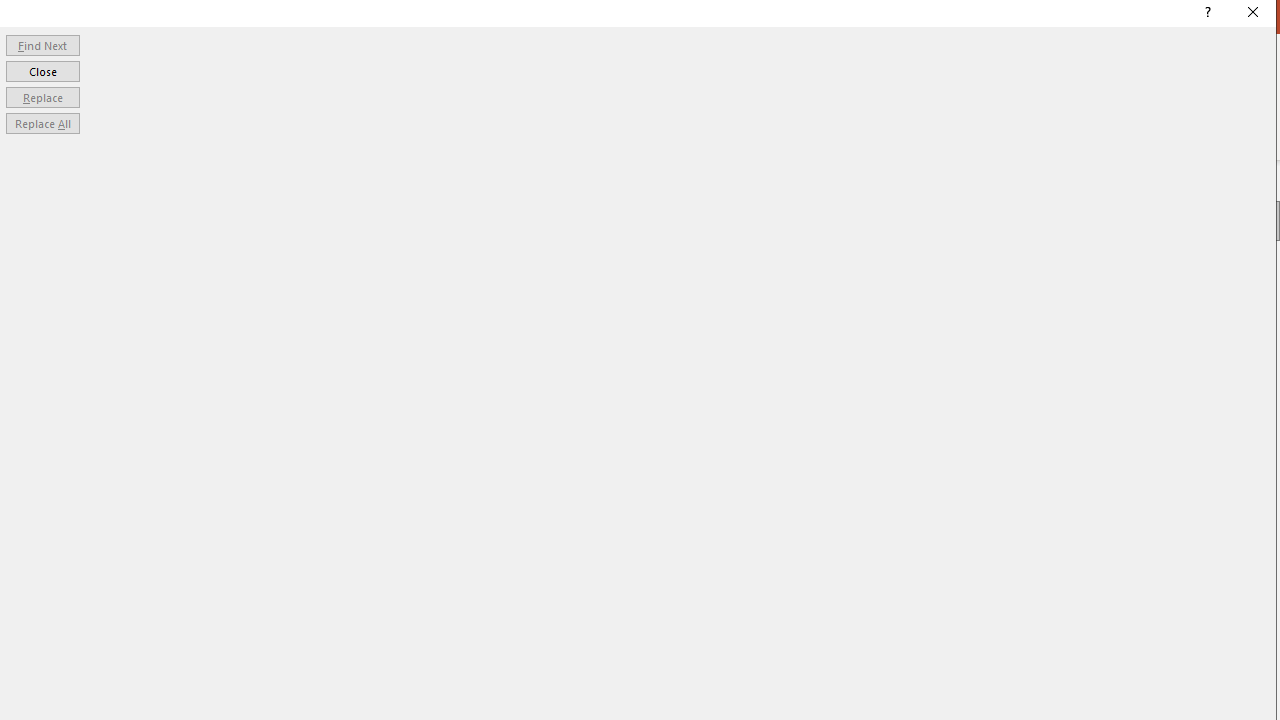 This screenshot has width=1280, height=720. What do you see at coordinates (42, 45) in the screenshot?
I see `'Find Next'` at bounding box center [42, 45].